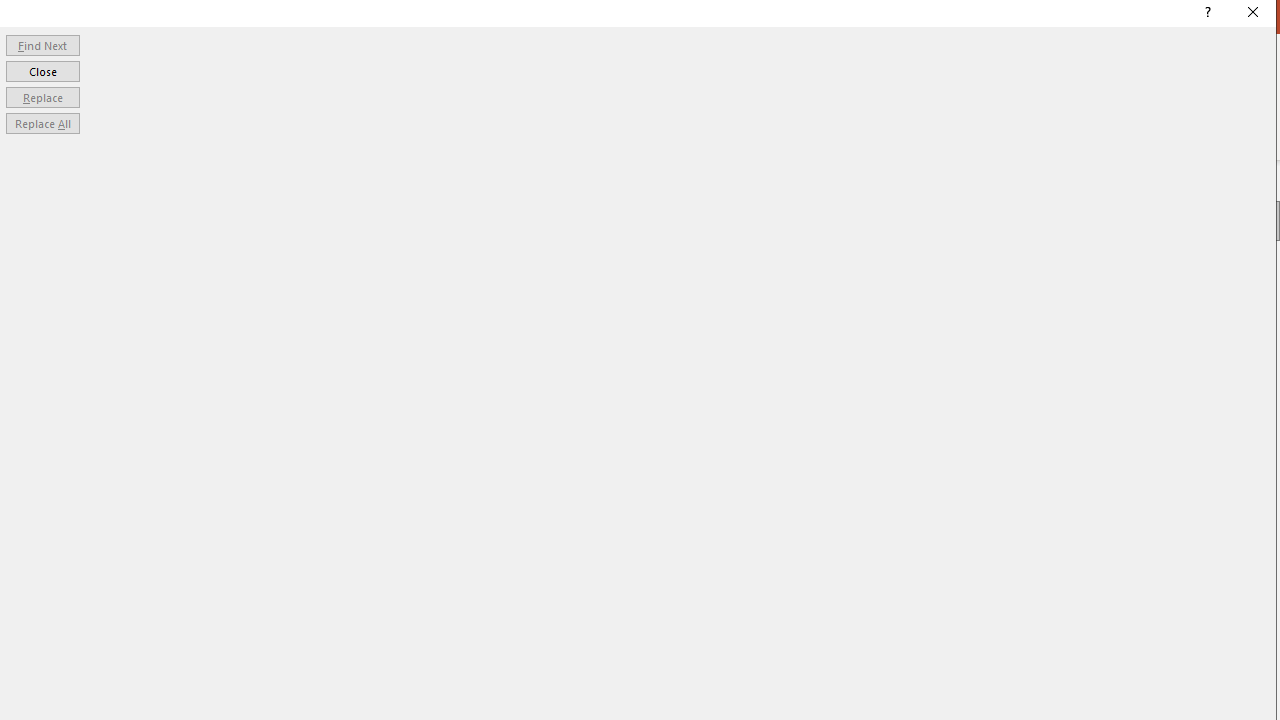 This screenshot has width=1280, height=720. What do you see at coordinates (42, 45) in the screenshot?
I see `'Find Next'` at bounding box center [42, 45].